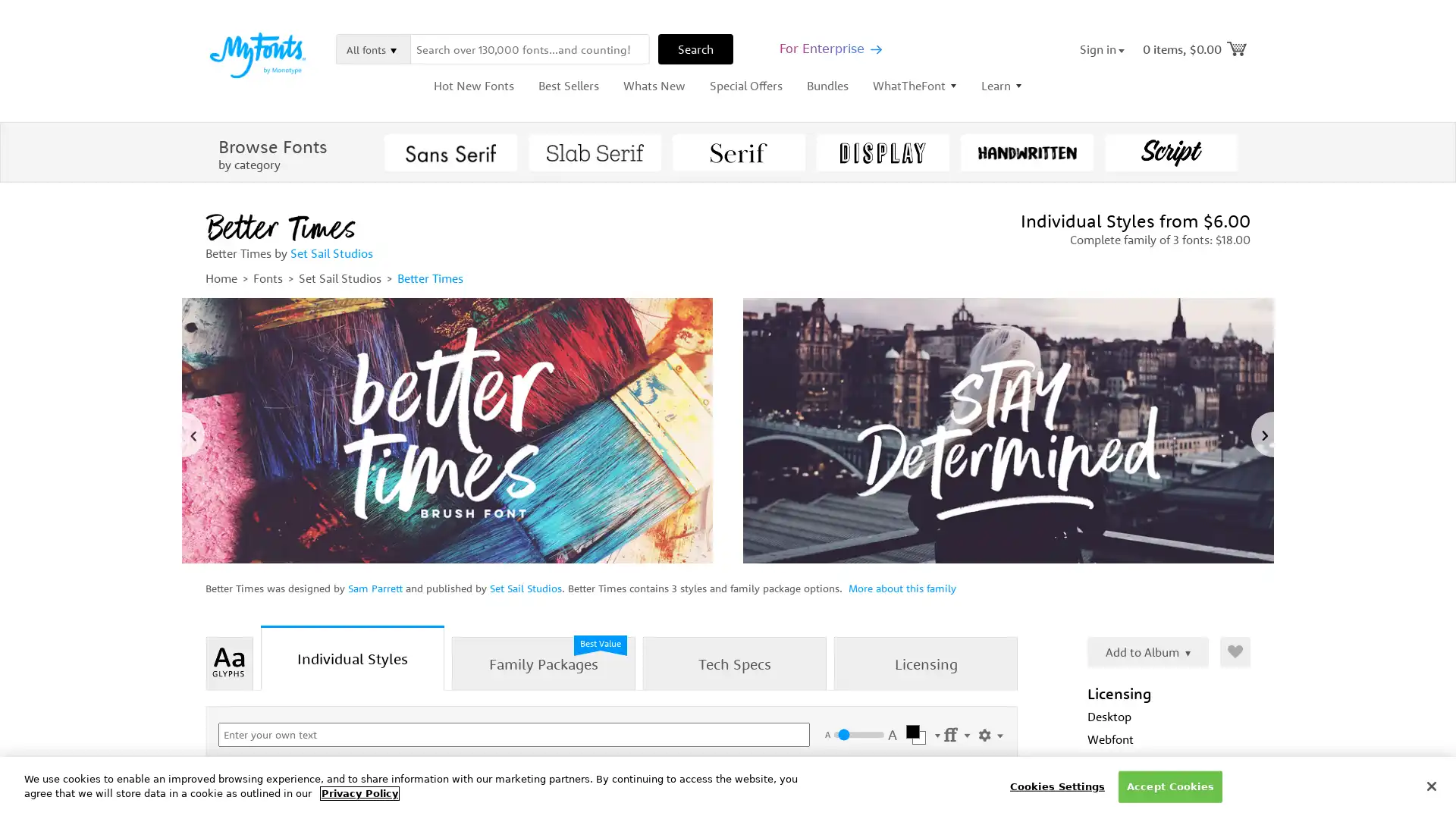 Image resolution: width=1456 pixels, height=819 pixels. What do you see at coordinates (373, 49) in the screenshot?
I see `All fonts` at bounding box center [373, 49].